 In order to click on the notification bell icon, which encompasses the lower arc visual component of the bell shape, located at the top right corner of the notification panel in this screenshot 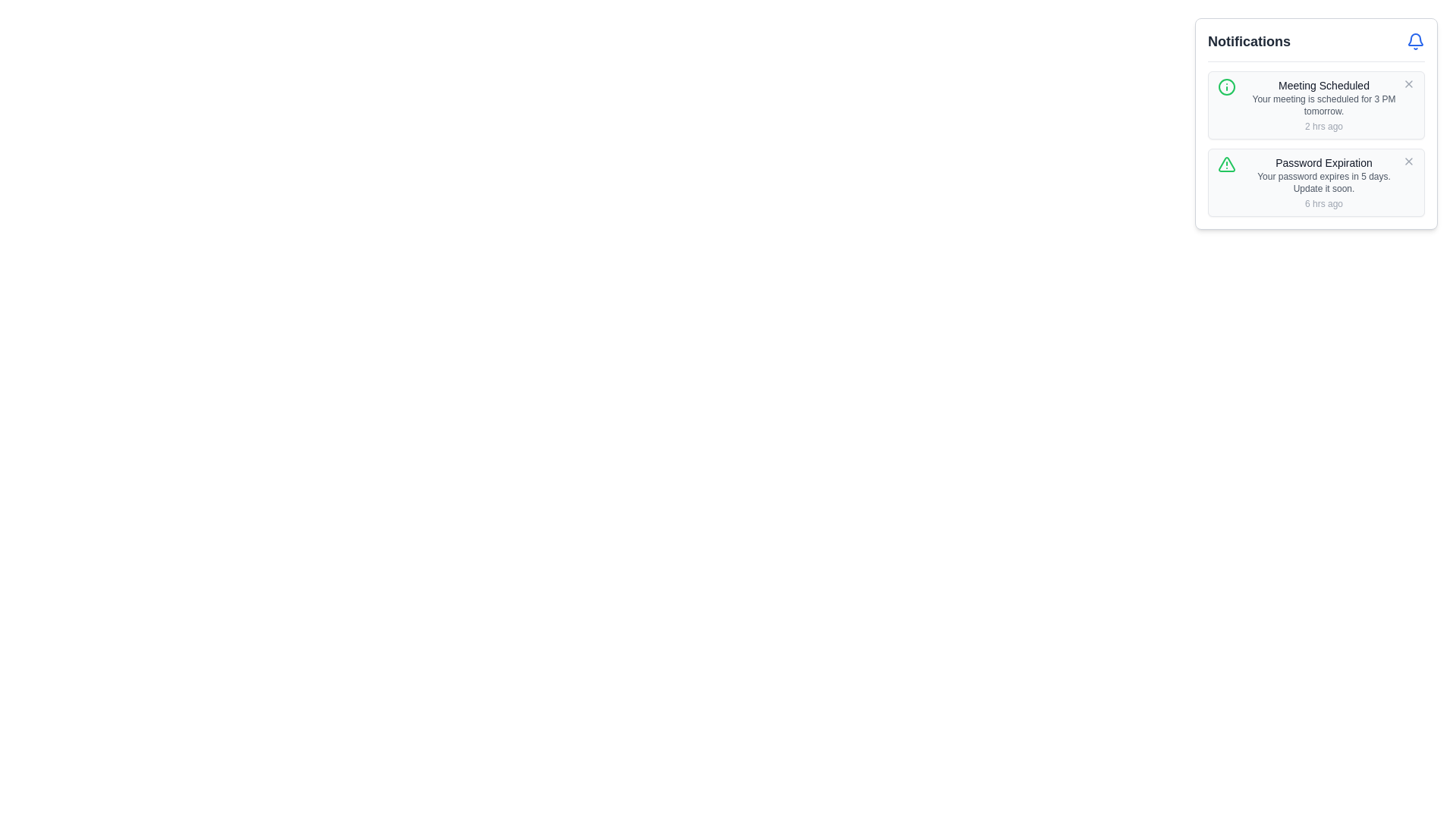, I will do `click(1415, 39)`.